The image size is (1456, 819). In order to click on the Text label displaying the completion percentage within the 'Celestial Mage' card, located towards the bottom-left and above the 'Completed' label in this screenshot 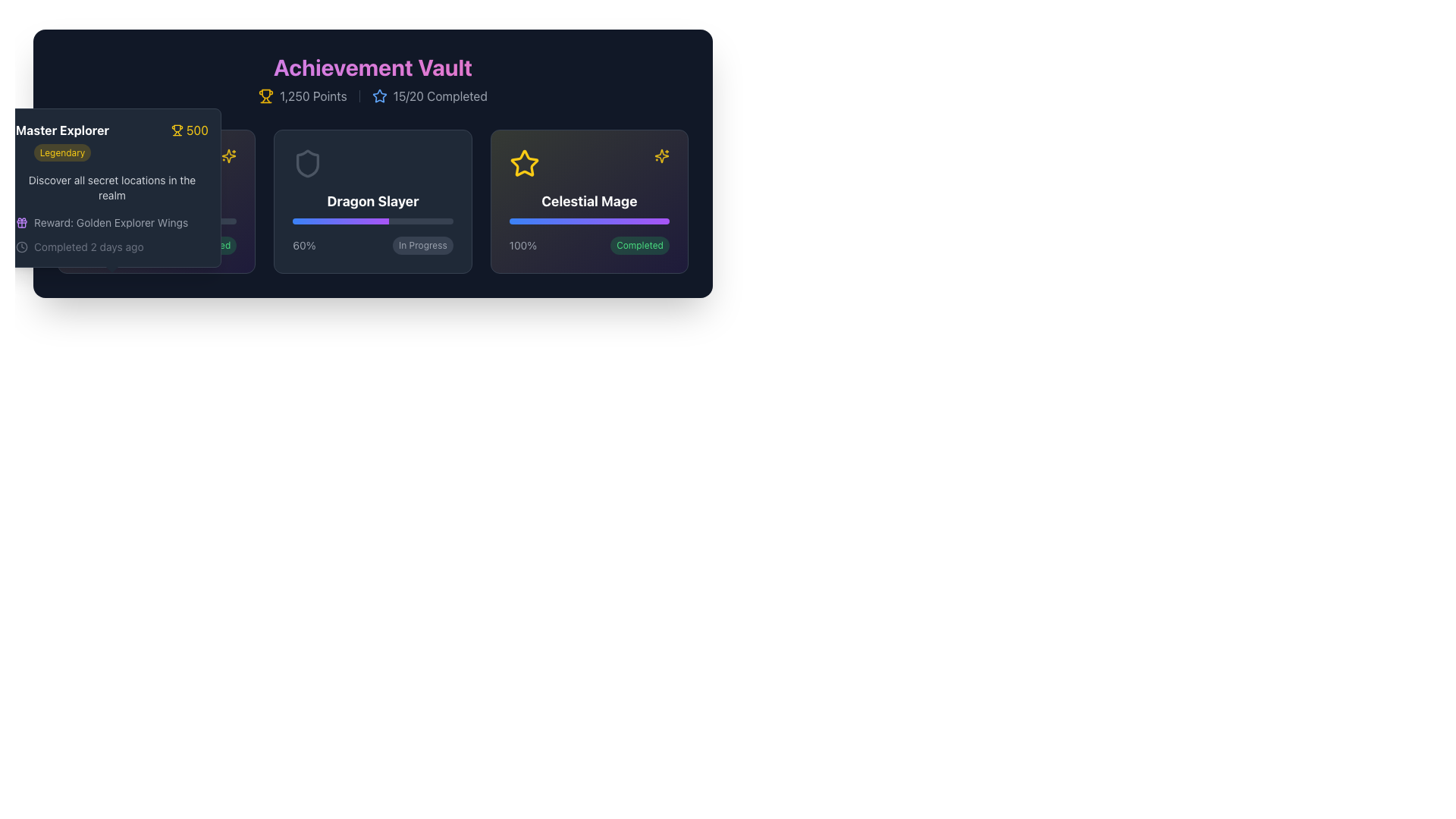, I will do `click(522, 245)`.